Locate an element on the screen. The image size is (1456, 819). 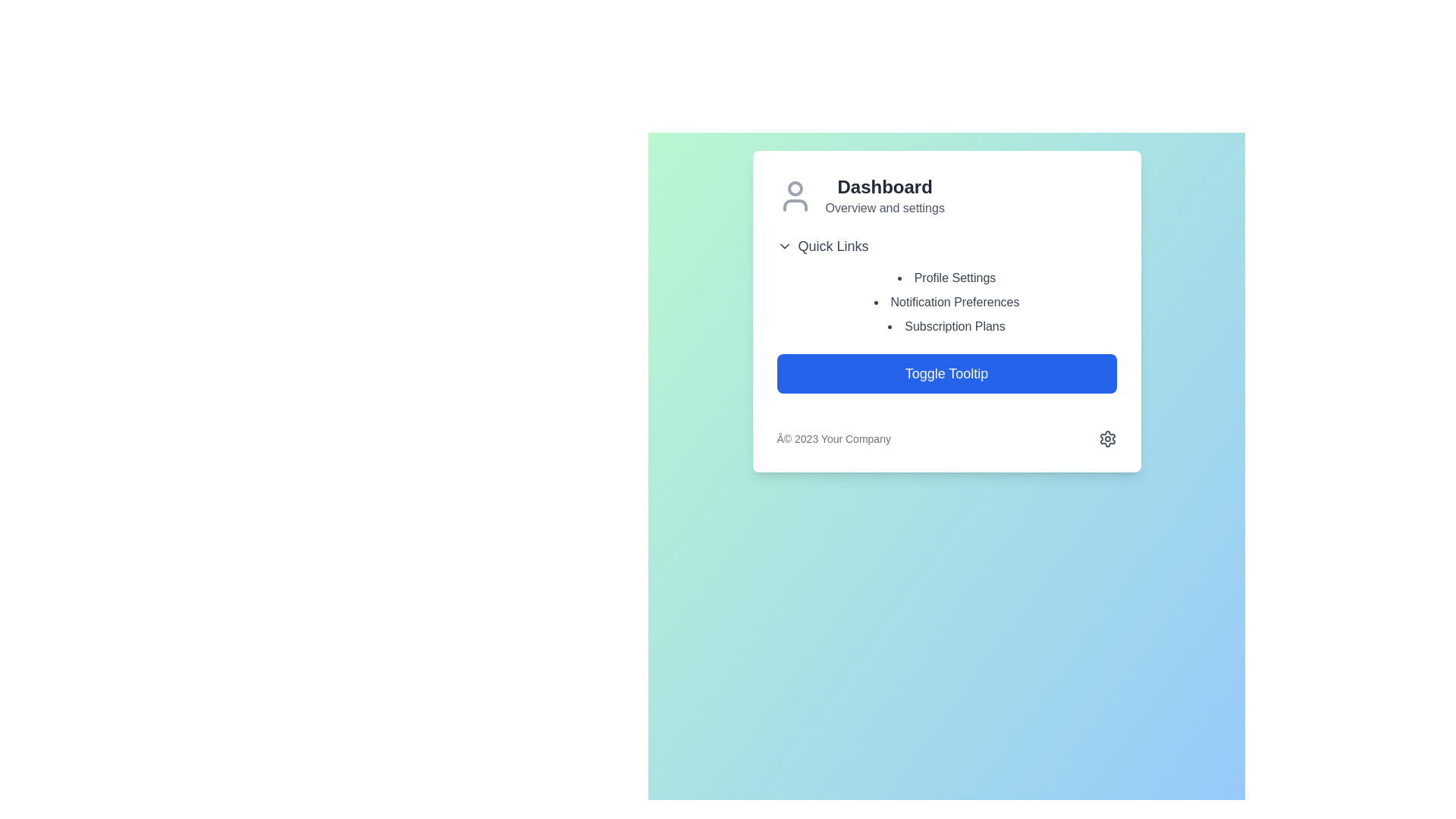
the blue rectangular button labeled 'Toggle Tooltip' to observe its visual hover effect is located at coordinates (946, 374).